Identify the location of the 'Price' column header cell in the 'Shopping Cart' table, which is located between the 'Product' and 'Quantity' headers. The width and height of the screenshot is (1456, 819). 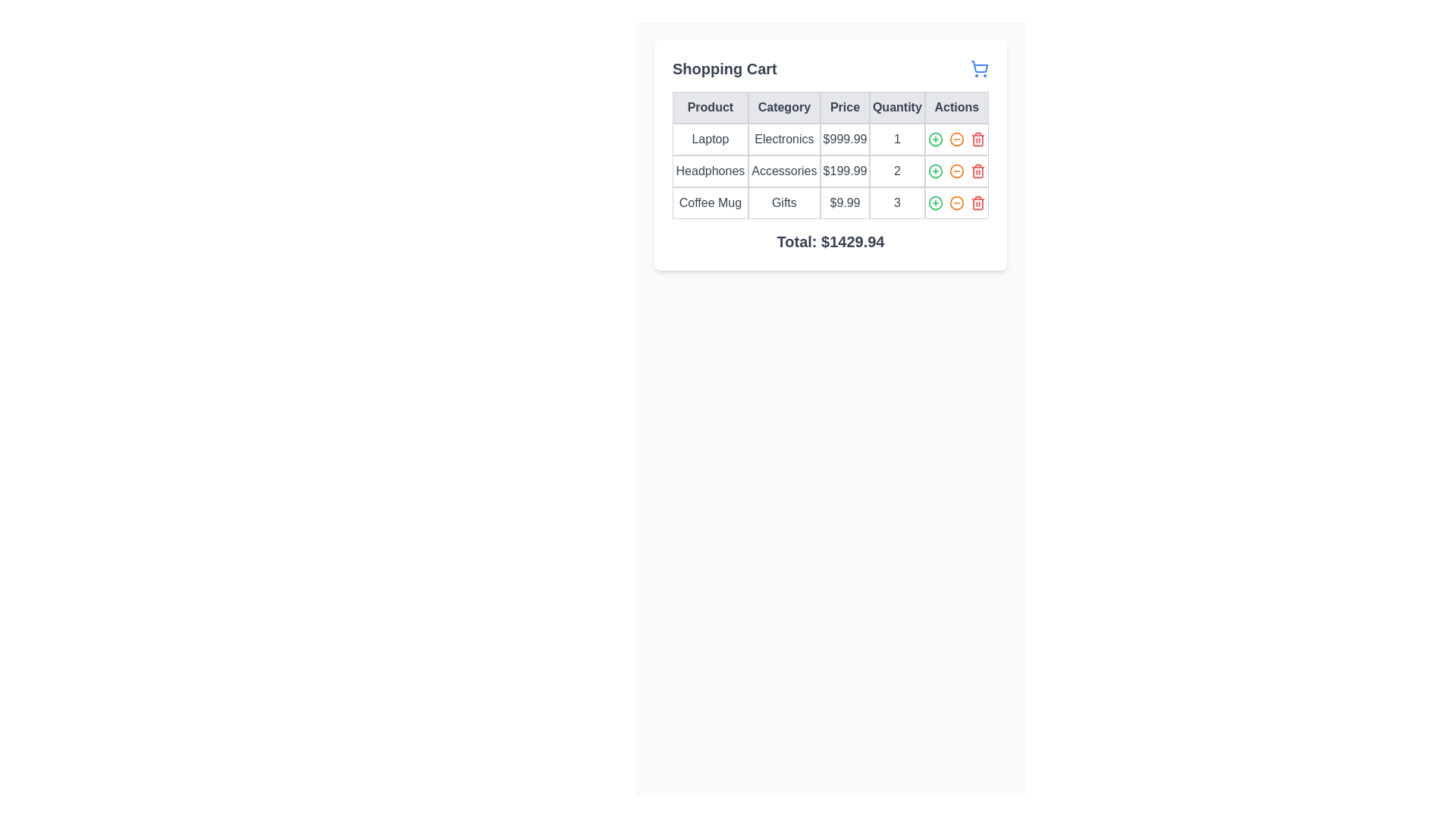
(830, 107).